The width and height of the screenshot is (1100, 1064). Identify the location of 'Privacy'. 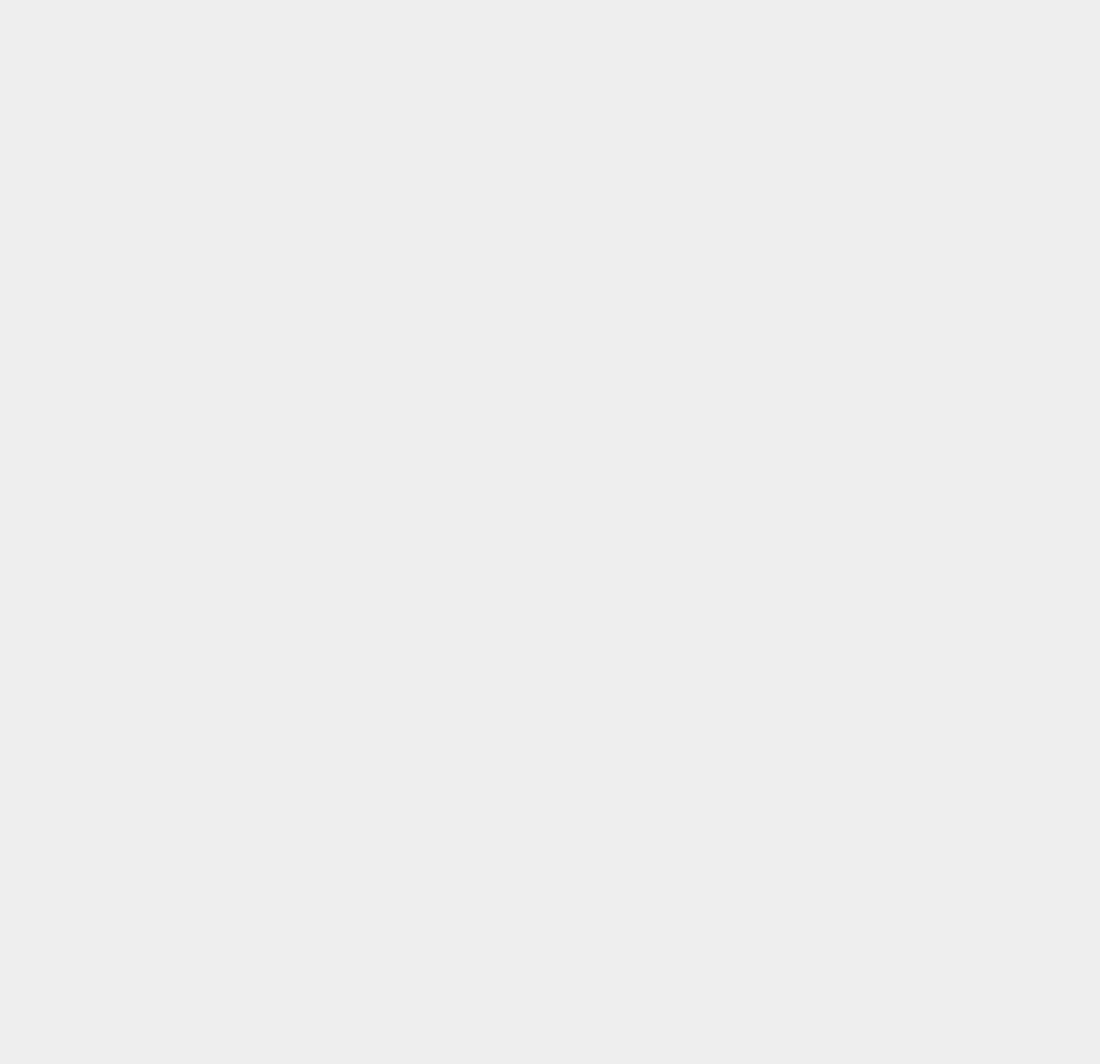
(801, 245).